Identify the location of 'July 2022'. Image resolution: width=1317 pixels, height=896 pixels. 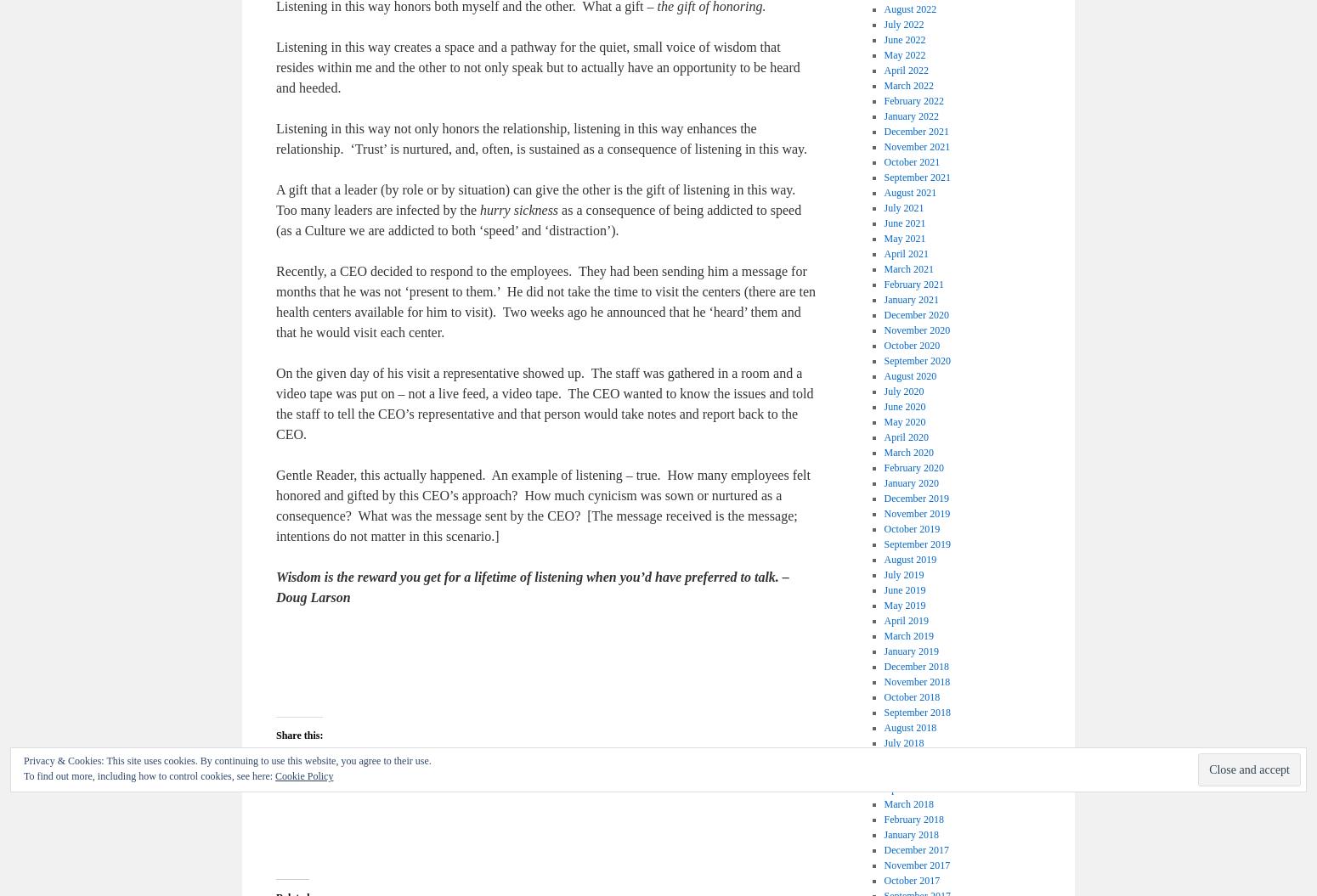
(903, 25).